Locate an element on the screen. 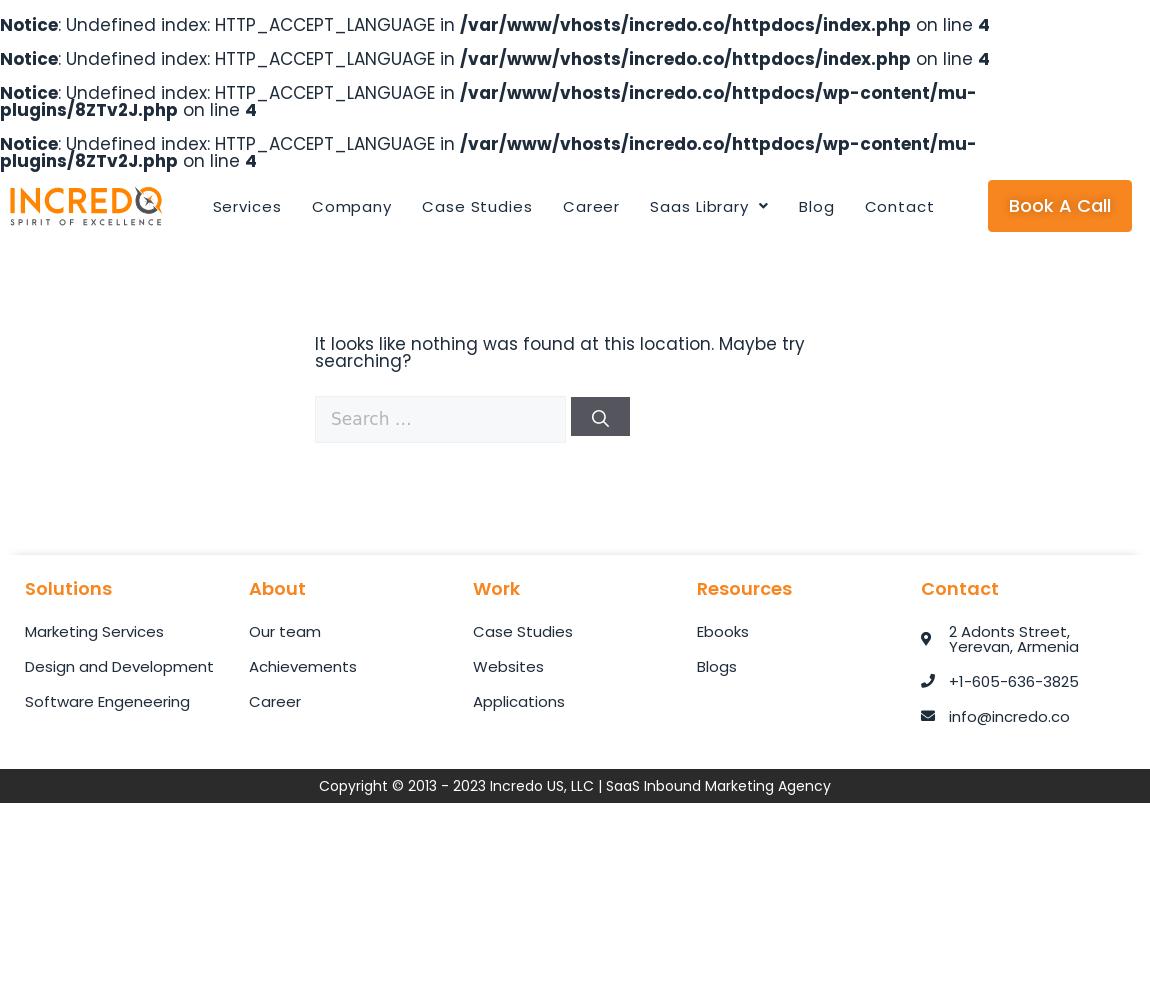 The image size is (1150, 1000). 'SaaS Influencer Marketing' is located at coordinates (668, 304).